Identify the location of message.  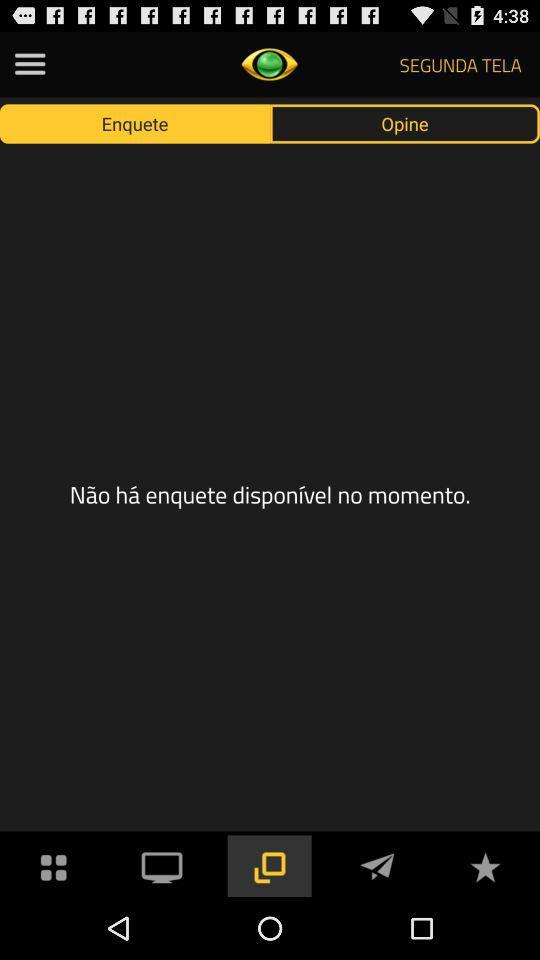
(377, 864).